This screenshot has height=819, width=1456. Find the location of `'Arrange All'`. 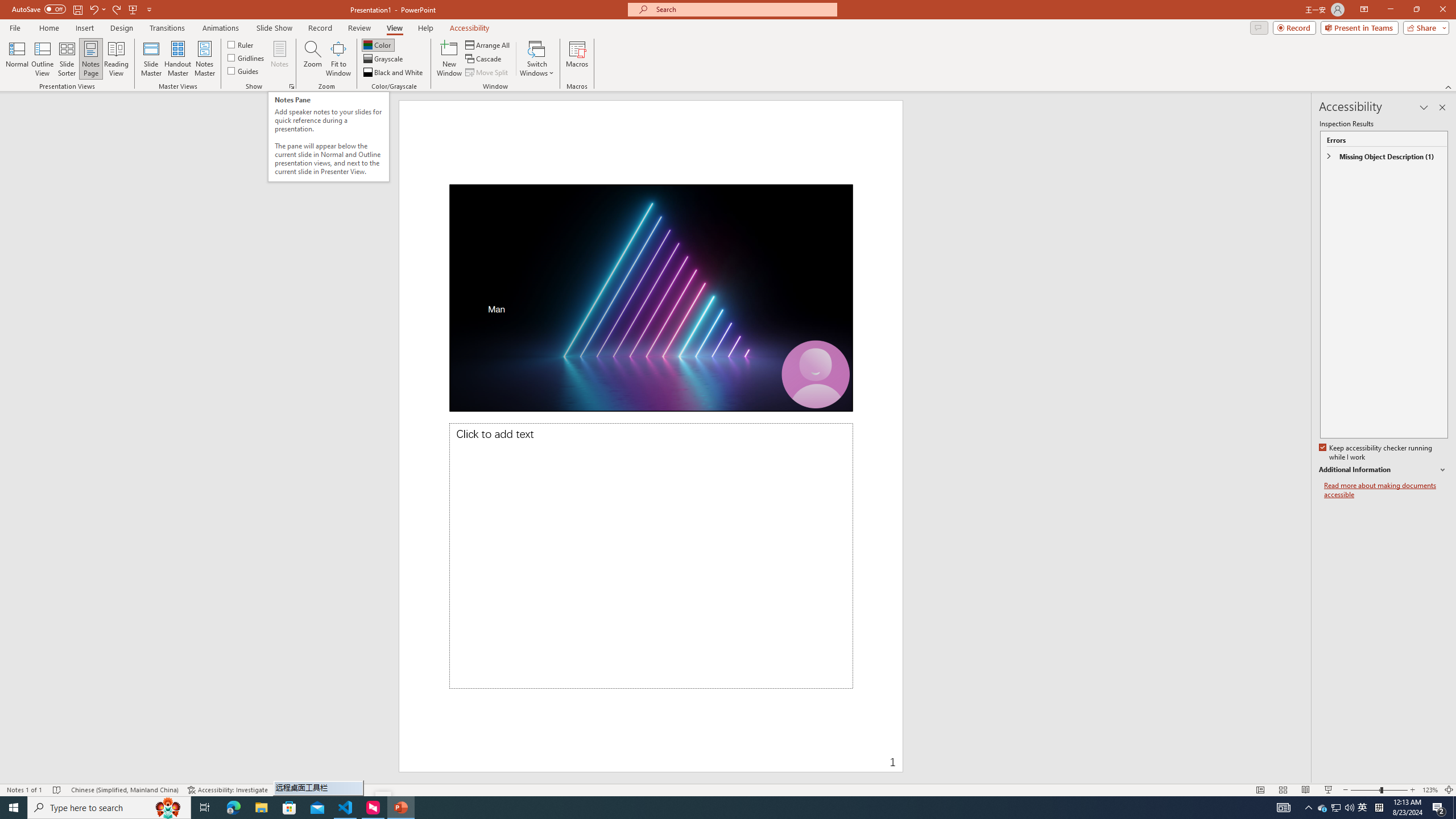

'Arrange All' is located at coordinates (487, 44).